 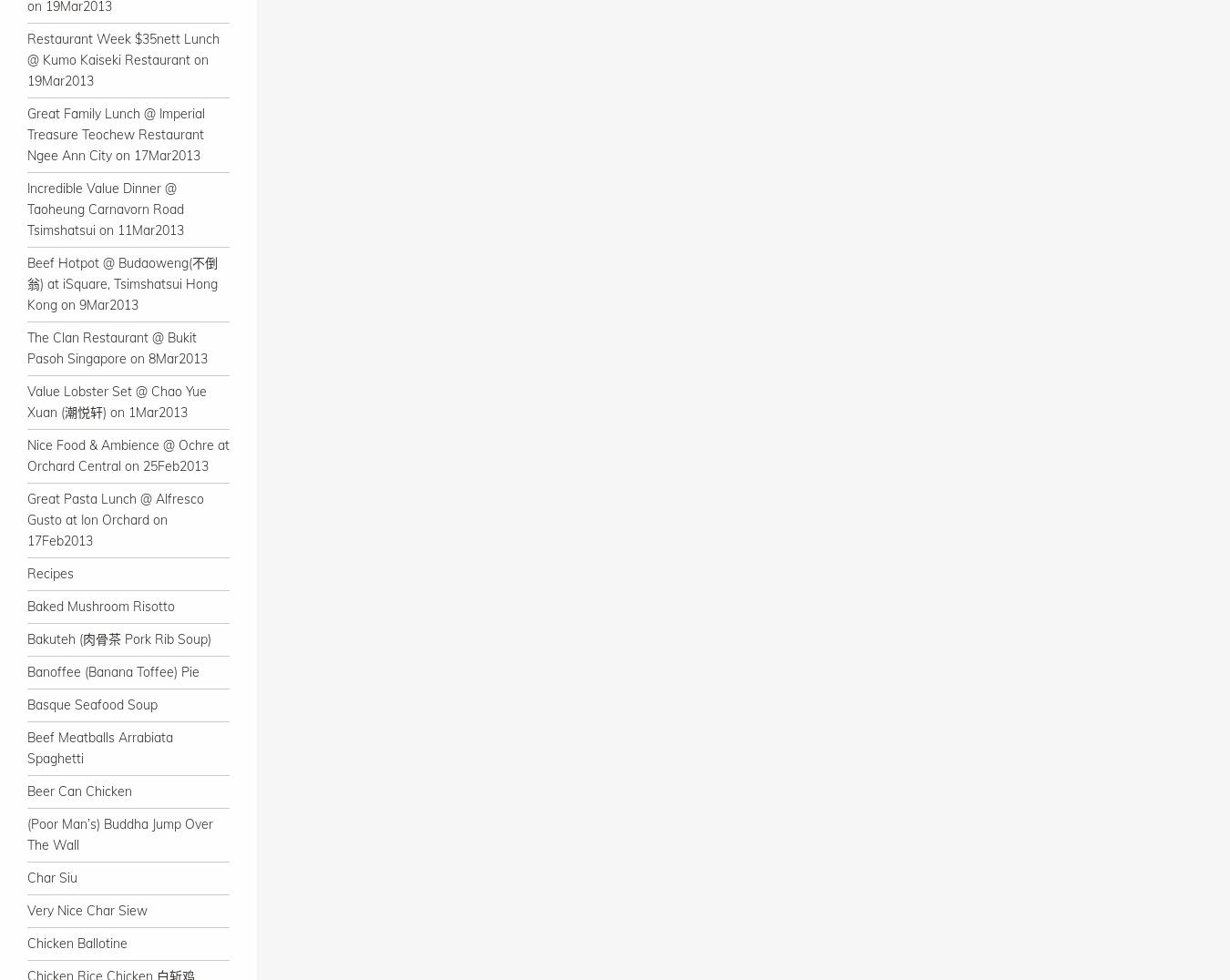 I want to click on 'Nice Food & Ambience @ Ochre at Orchard Central on 25Feb2013', so click(x=26, y=455).